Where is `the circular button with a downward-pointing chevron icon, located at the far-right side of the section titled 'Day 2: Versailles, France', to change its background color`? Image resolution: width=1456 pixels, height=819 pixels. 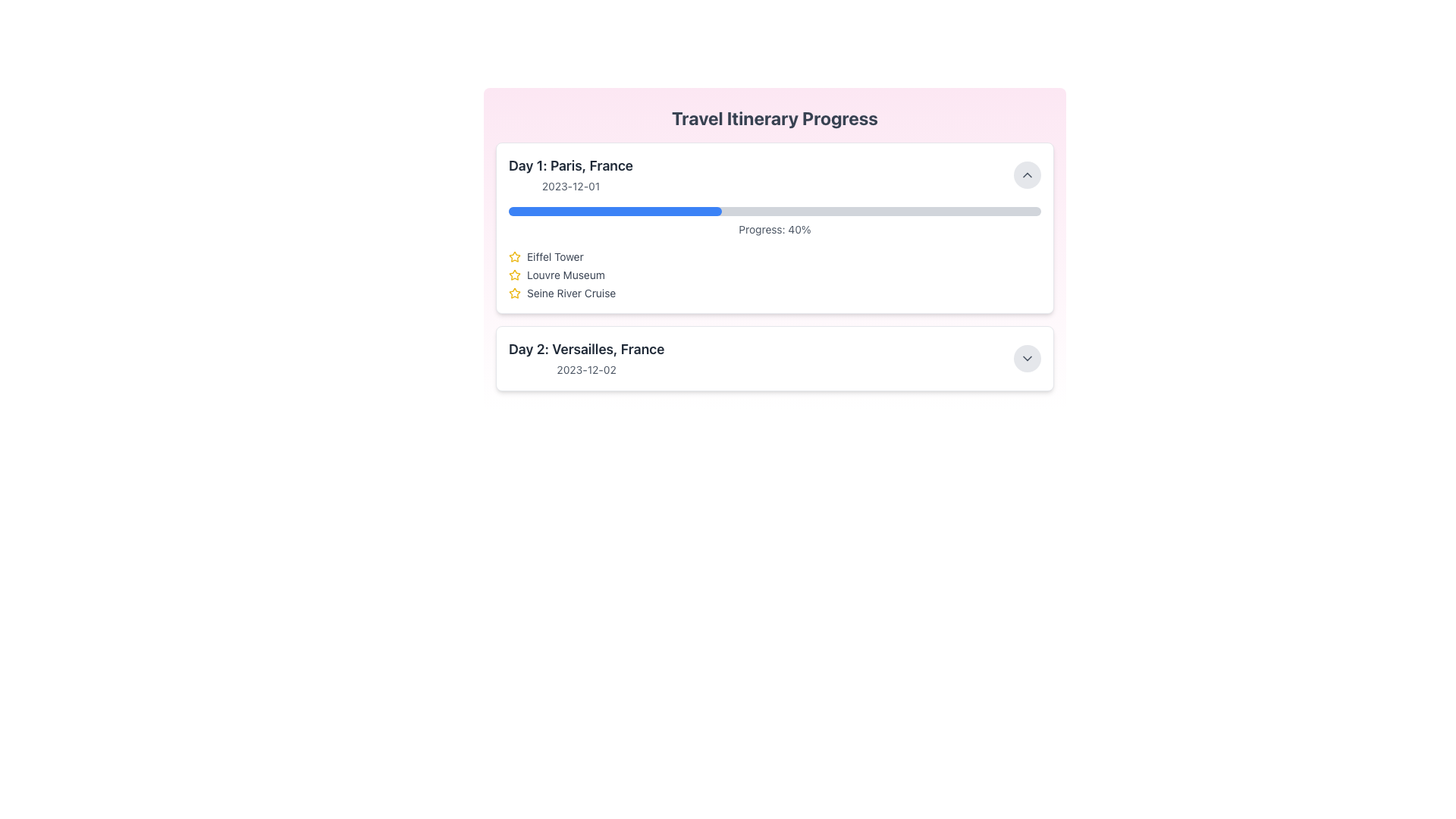 the circular button with a downward-pointing chevron icon, located at the far-right side of the section titled 'Day 2: Versailles, France', to change its background color is located at coordinates (1027, 359).